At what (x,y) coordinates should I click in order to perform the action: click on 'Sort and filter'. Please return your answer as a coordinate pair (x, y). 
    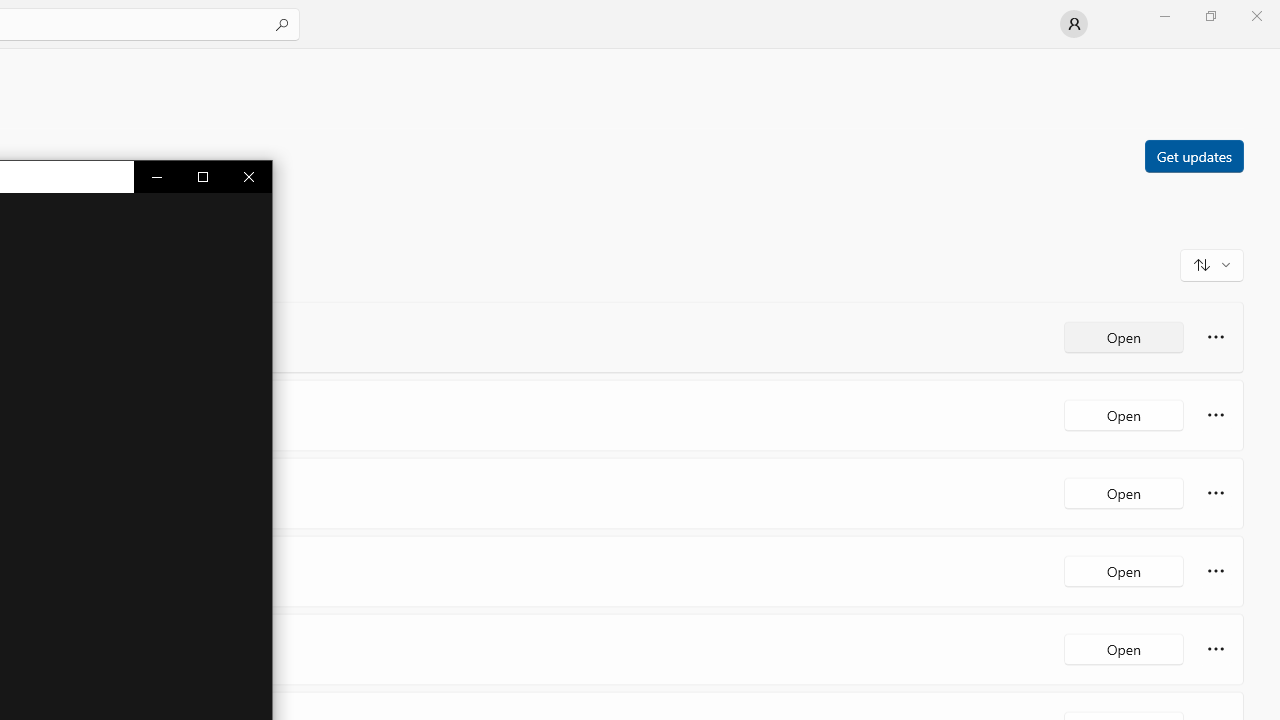
    Looking at the image, I should click on (1211, 263).